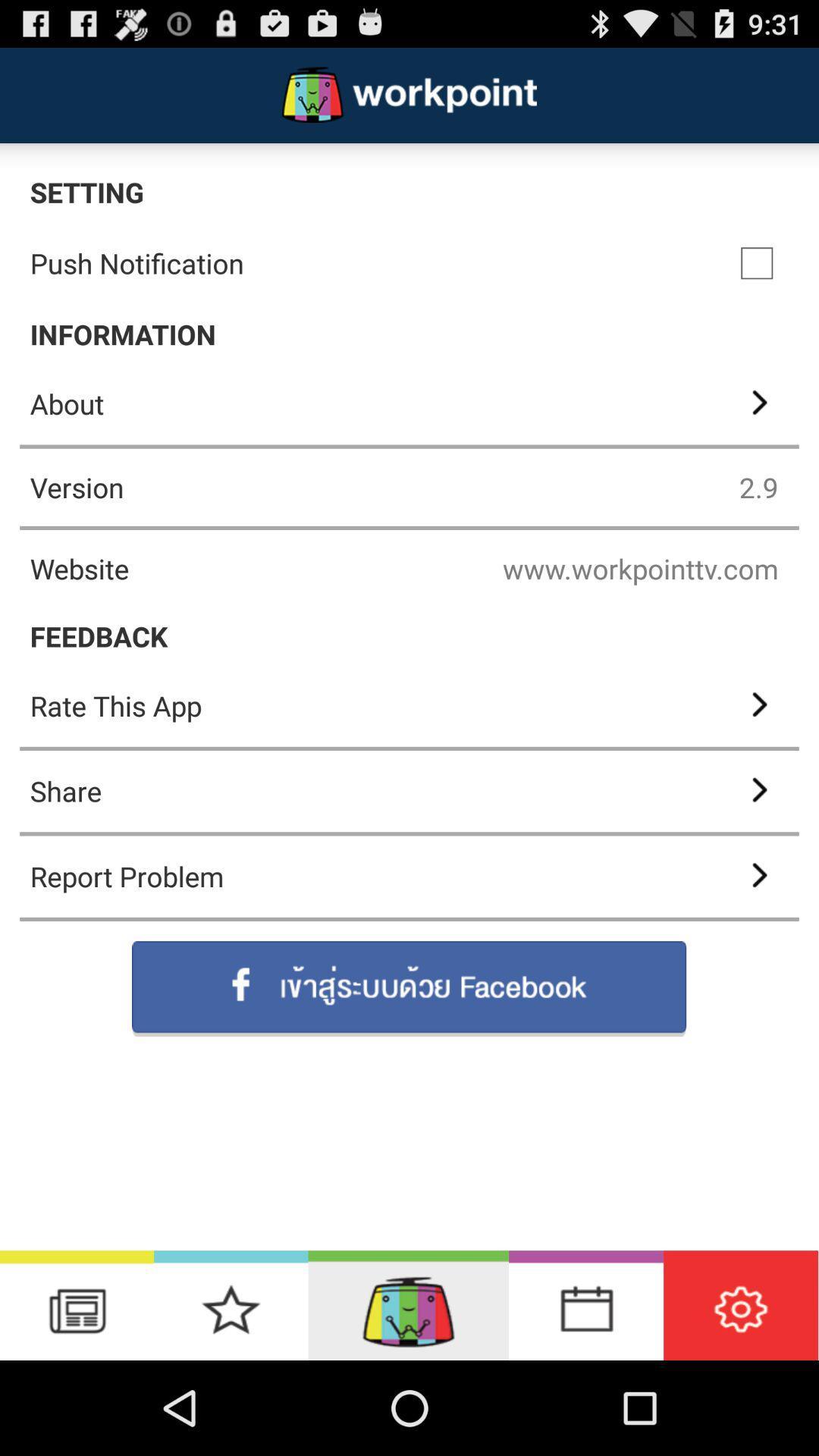 The width and height of the screenshot is (819, 1456). Describe the element at coordinates (757, 263) in the screenshot. I see `item next to the push notification` at that location.